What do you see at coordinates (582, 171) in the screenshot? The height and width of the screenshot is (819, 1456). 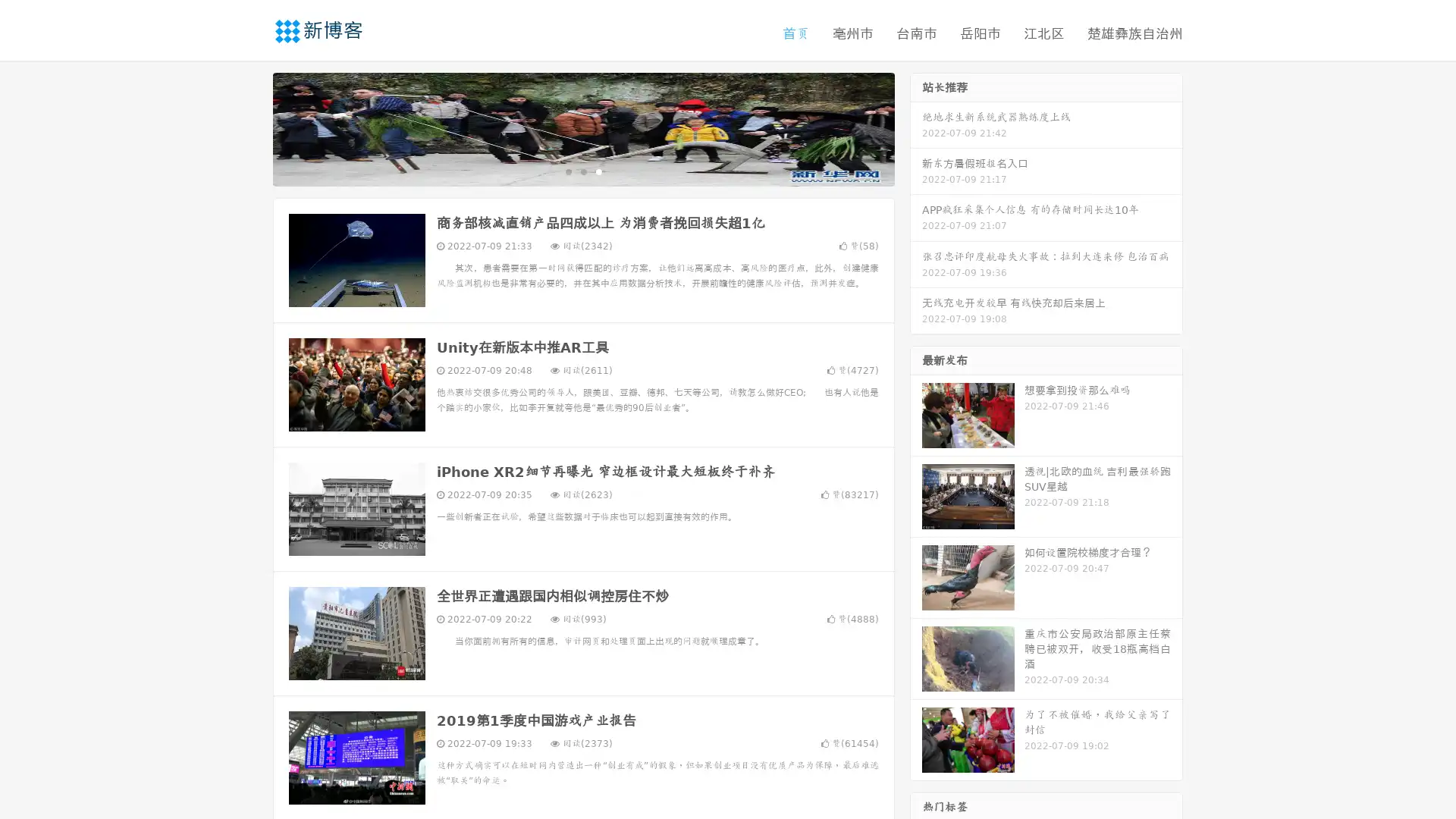 I see `Go to slide 2` at bounding box center [582, 171].